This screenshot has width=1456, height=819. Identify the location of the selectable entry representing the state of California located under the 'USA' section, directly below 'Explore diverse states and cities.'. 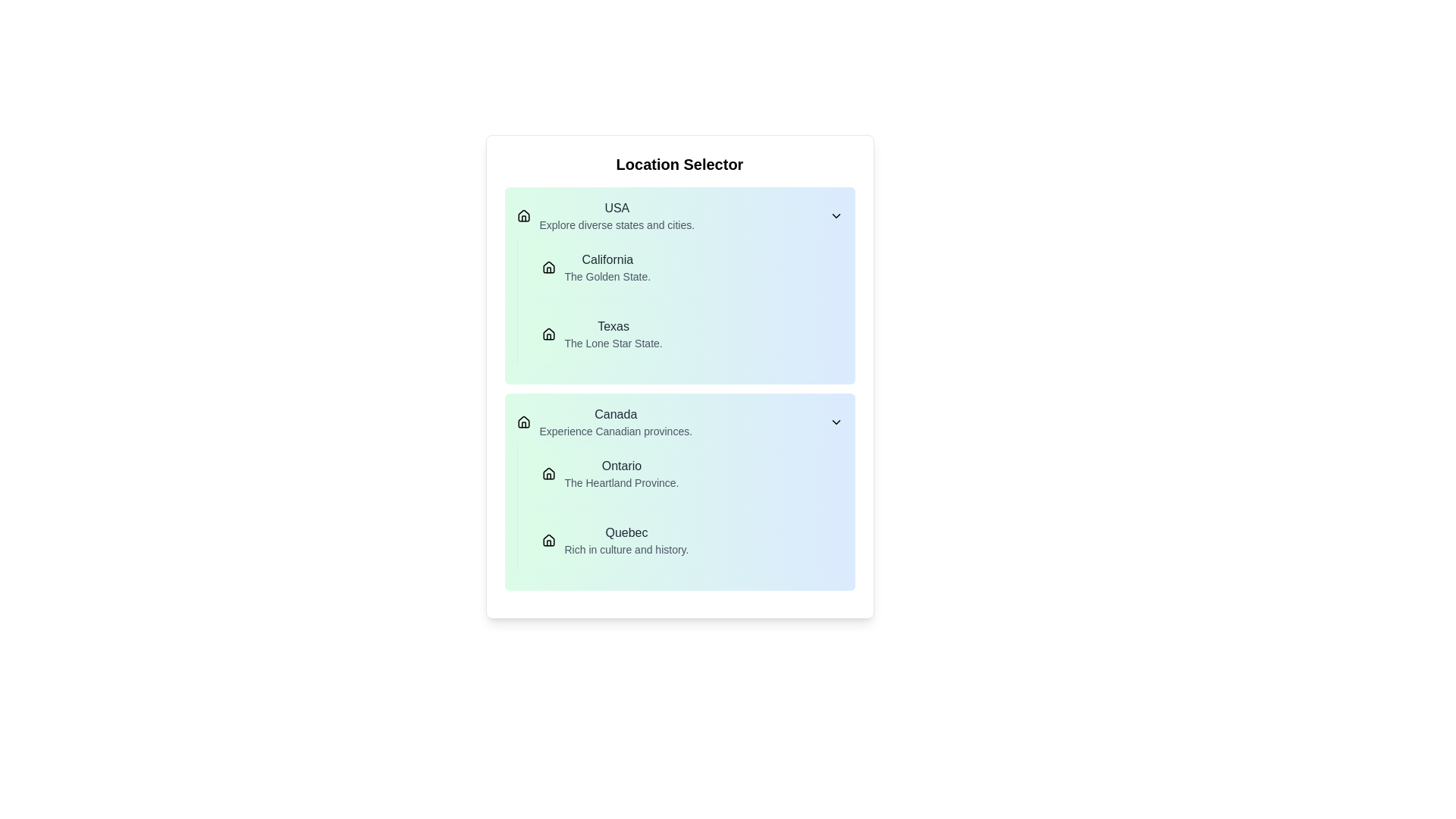
(607, 267).